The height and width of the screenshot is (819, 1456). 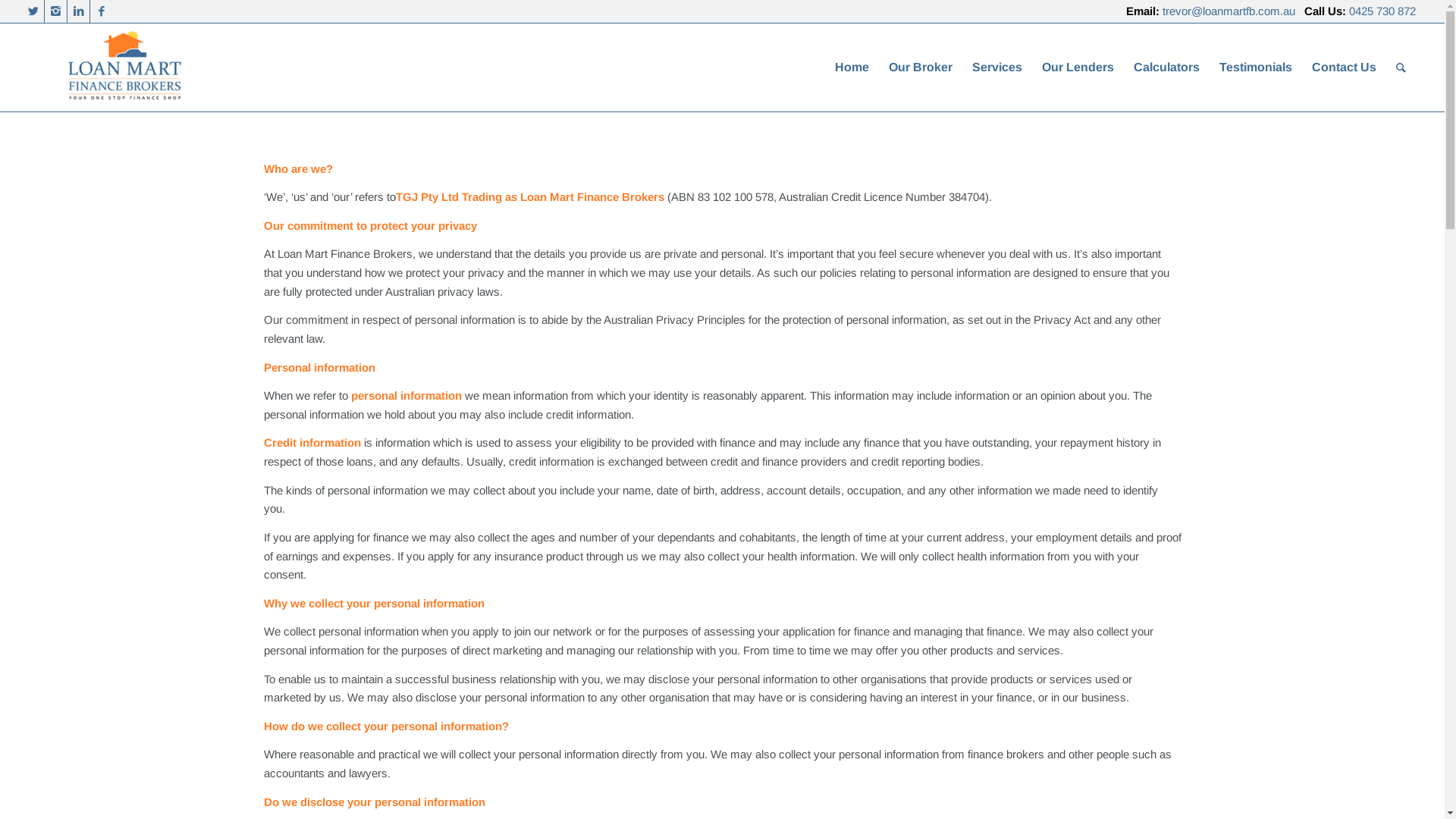 What do you see at coordinates (920, 66) in the screenshot?
I see `'Our Broker'` at bounding box center [920, 66].